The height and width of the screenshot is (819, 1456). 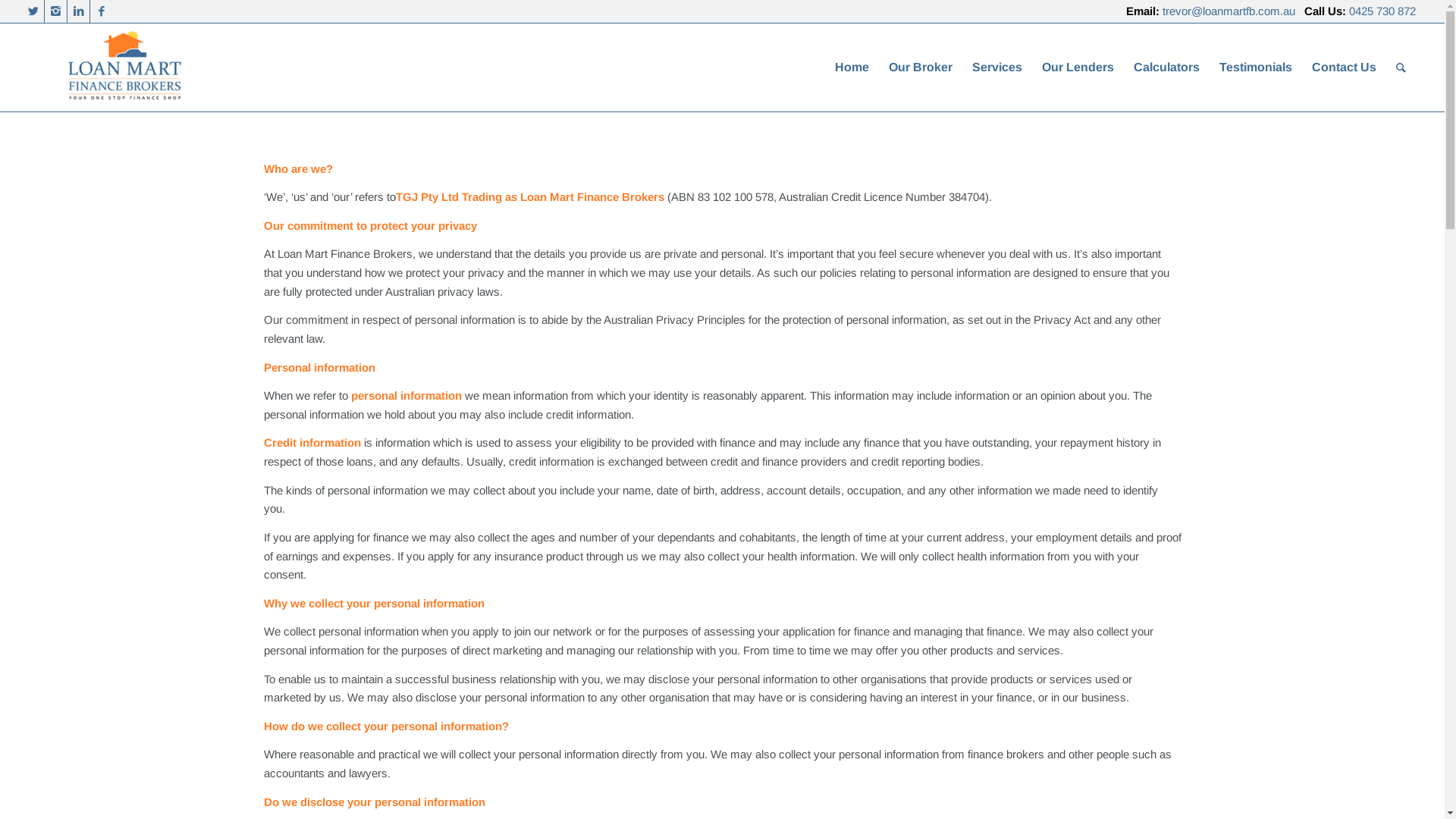 What do you see at coordinates (920, 66) in the screenshot?
I see `'Our Broker'` at bounding box center [920, 66].